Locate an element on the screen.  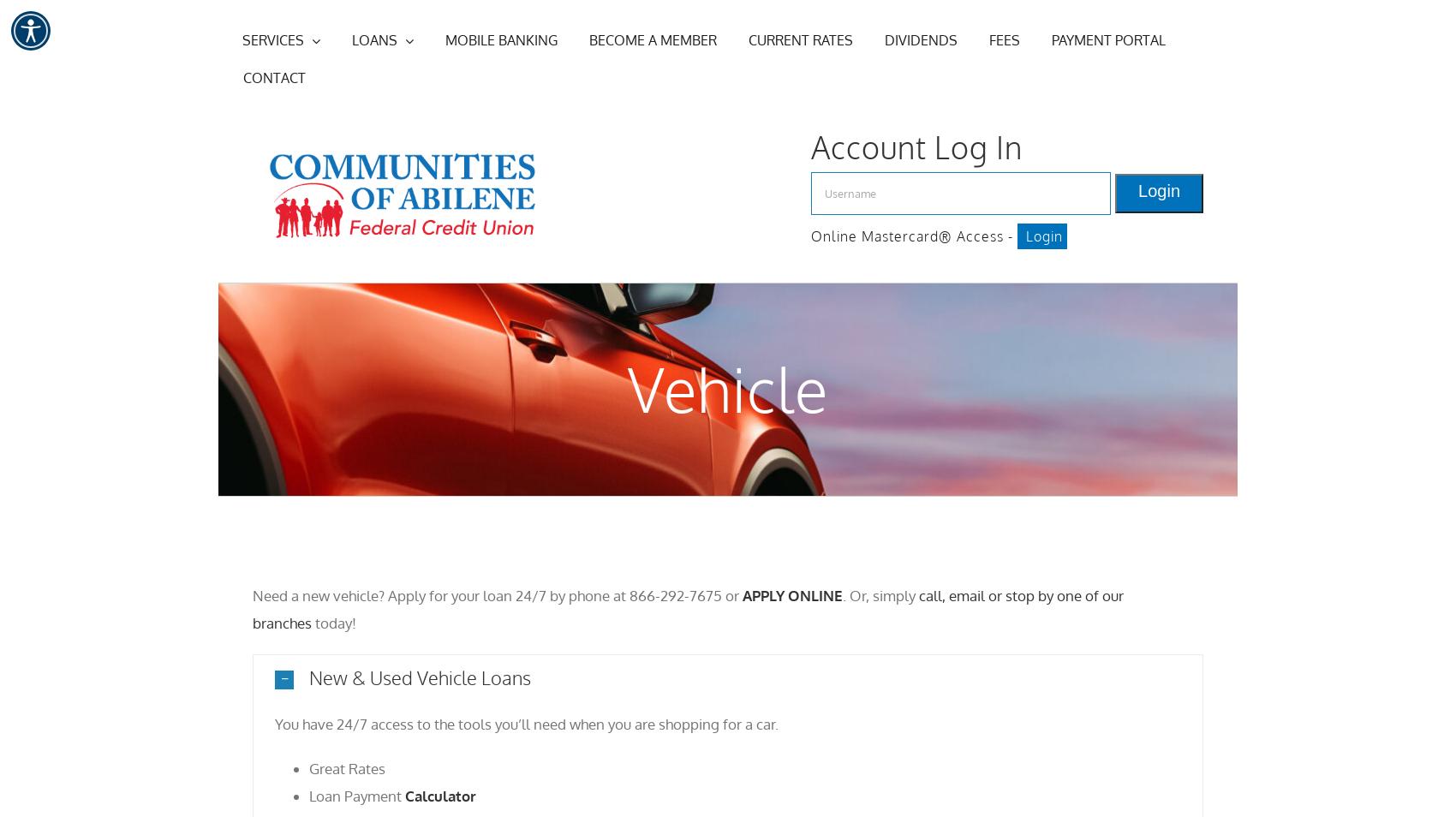
'Vehicle' is located at coordinates (728, 388).